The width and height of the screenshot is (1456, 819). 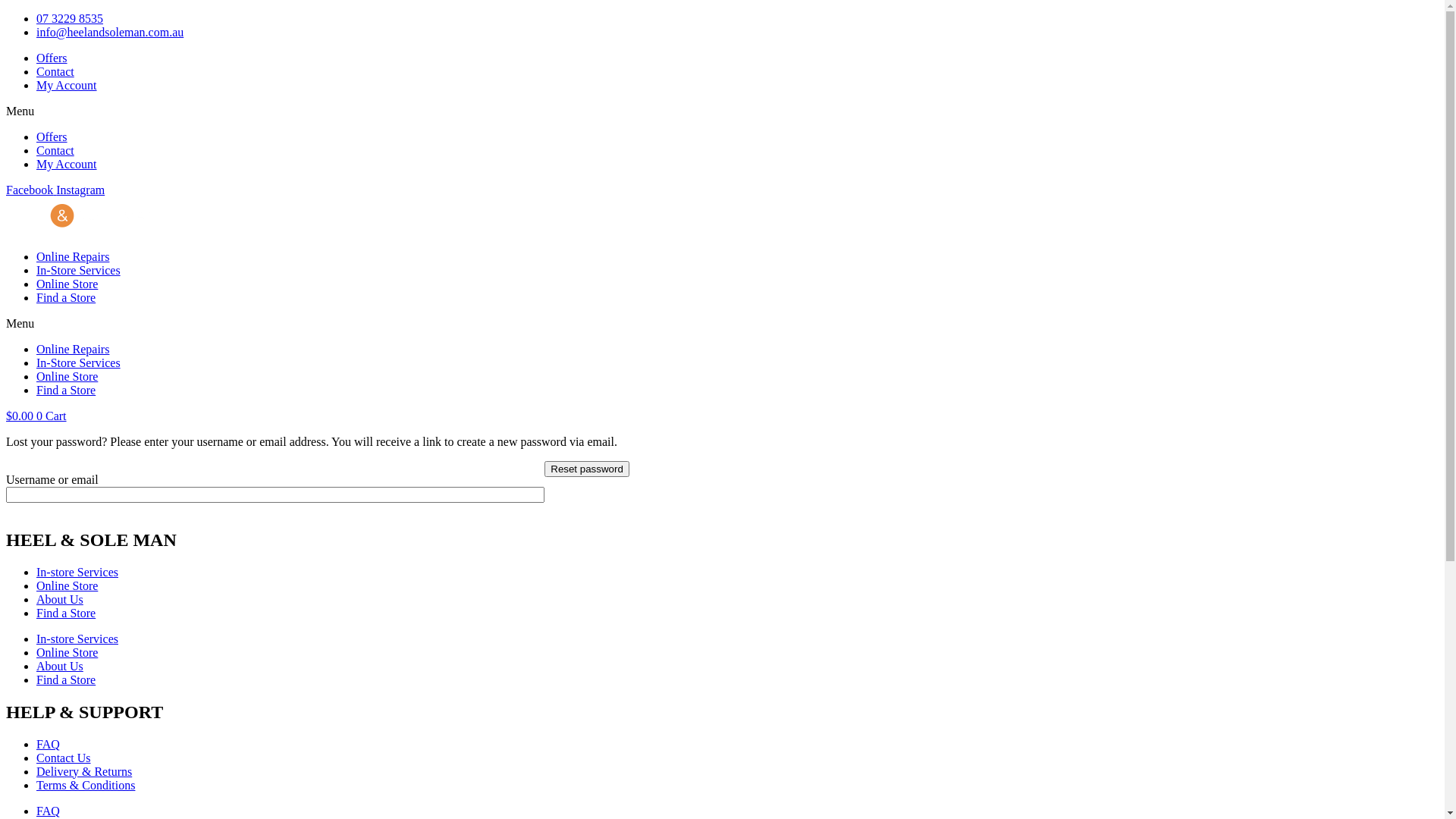 I want to click on 'In-store Services', so click(x=76, y=572).